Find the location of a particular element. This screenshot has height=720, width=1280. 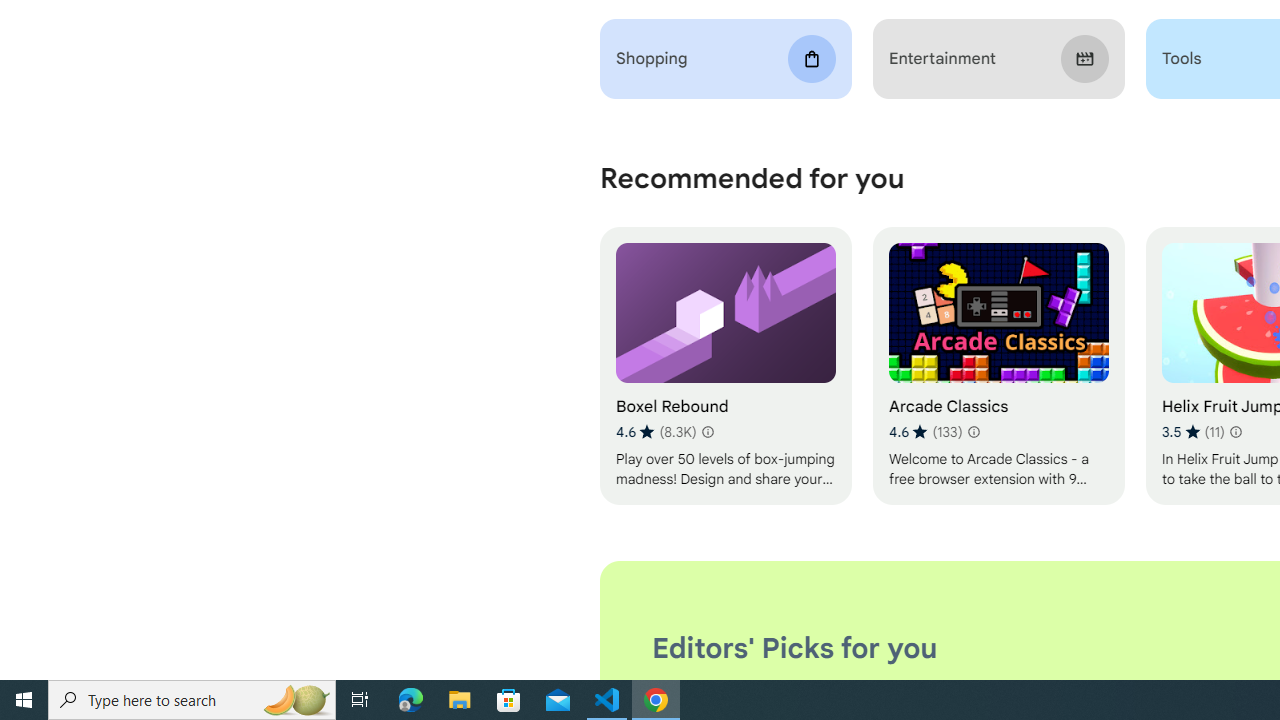

'Learn more about results and reviews "Boxel Rebound"' is located at coordinates (707, 431).